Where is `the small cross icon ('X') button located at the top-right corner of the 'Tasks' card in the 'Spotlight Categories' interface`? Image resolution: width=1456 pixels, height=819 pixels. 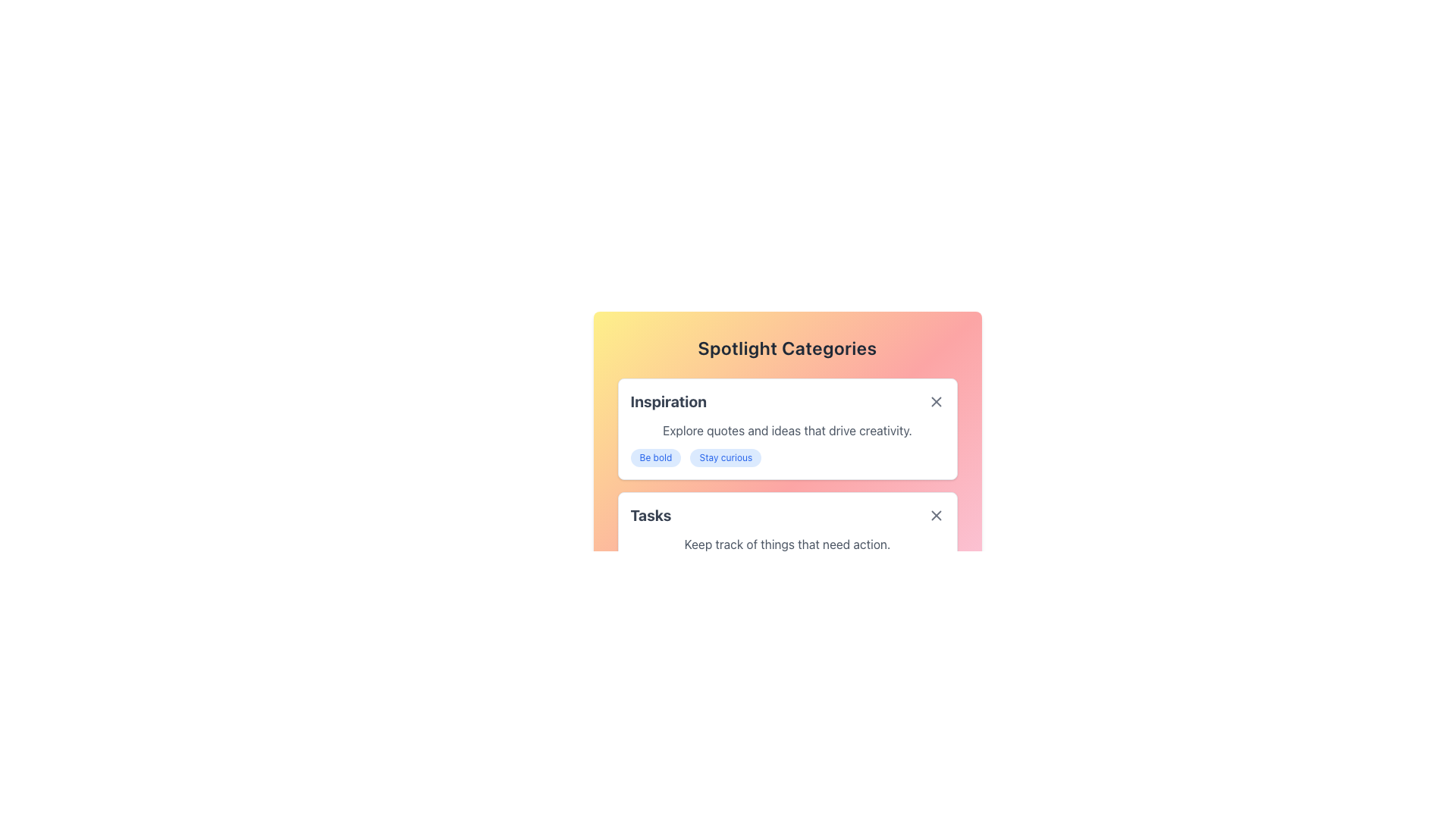
the small cross icon ('X') button located at the top-right corner of the 'Tasks' card in the 'Spotlight Categories' interface is located at coordinates (935, 514).